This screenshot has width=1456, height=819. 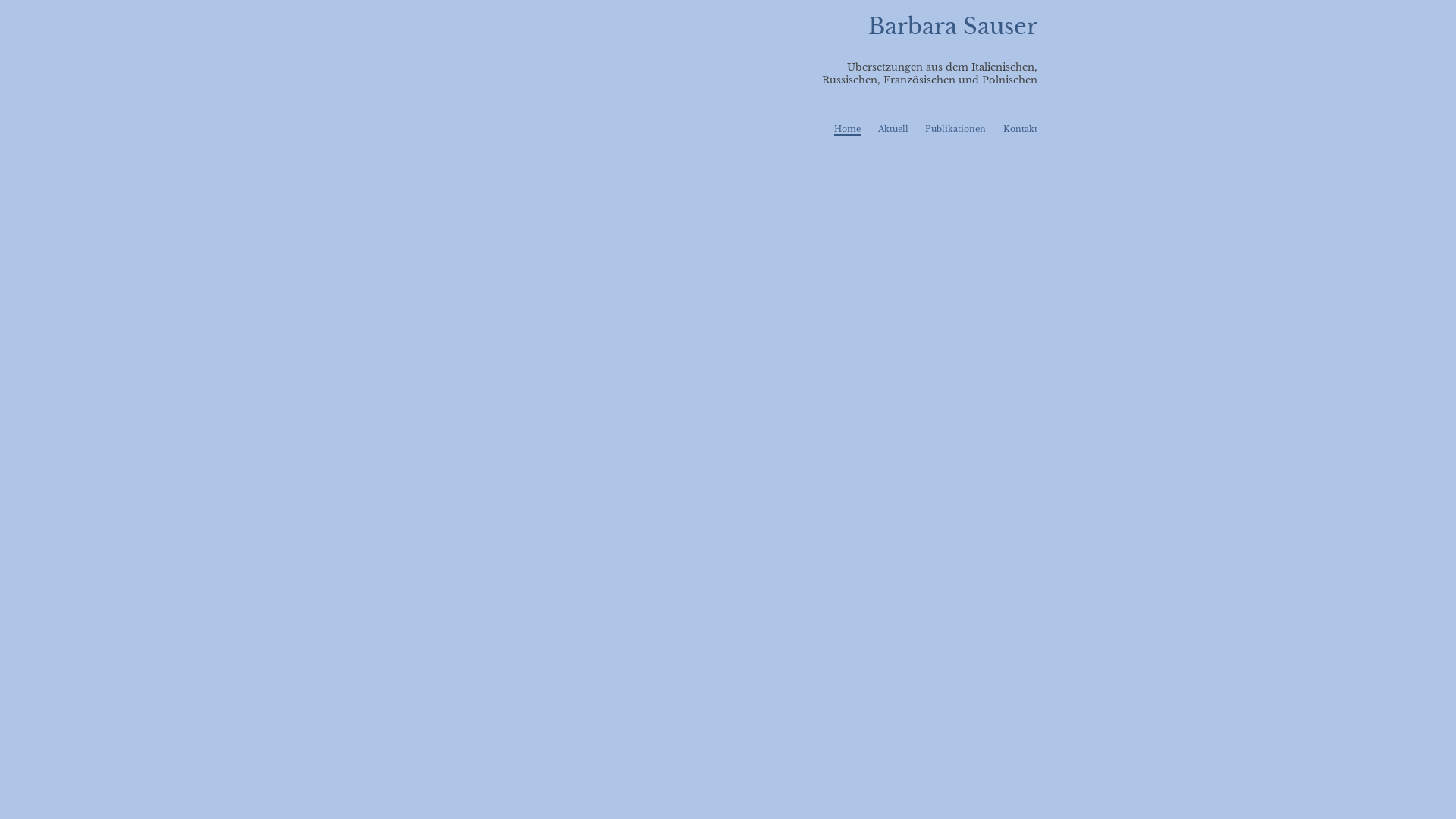 What do you see at coordinates (952, 26) in the screenshot?
I see `'Barbara Sauser'` at bounding box center [952, 26].